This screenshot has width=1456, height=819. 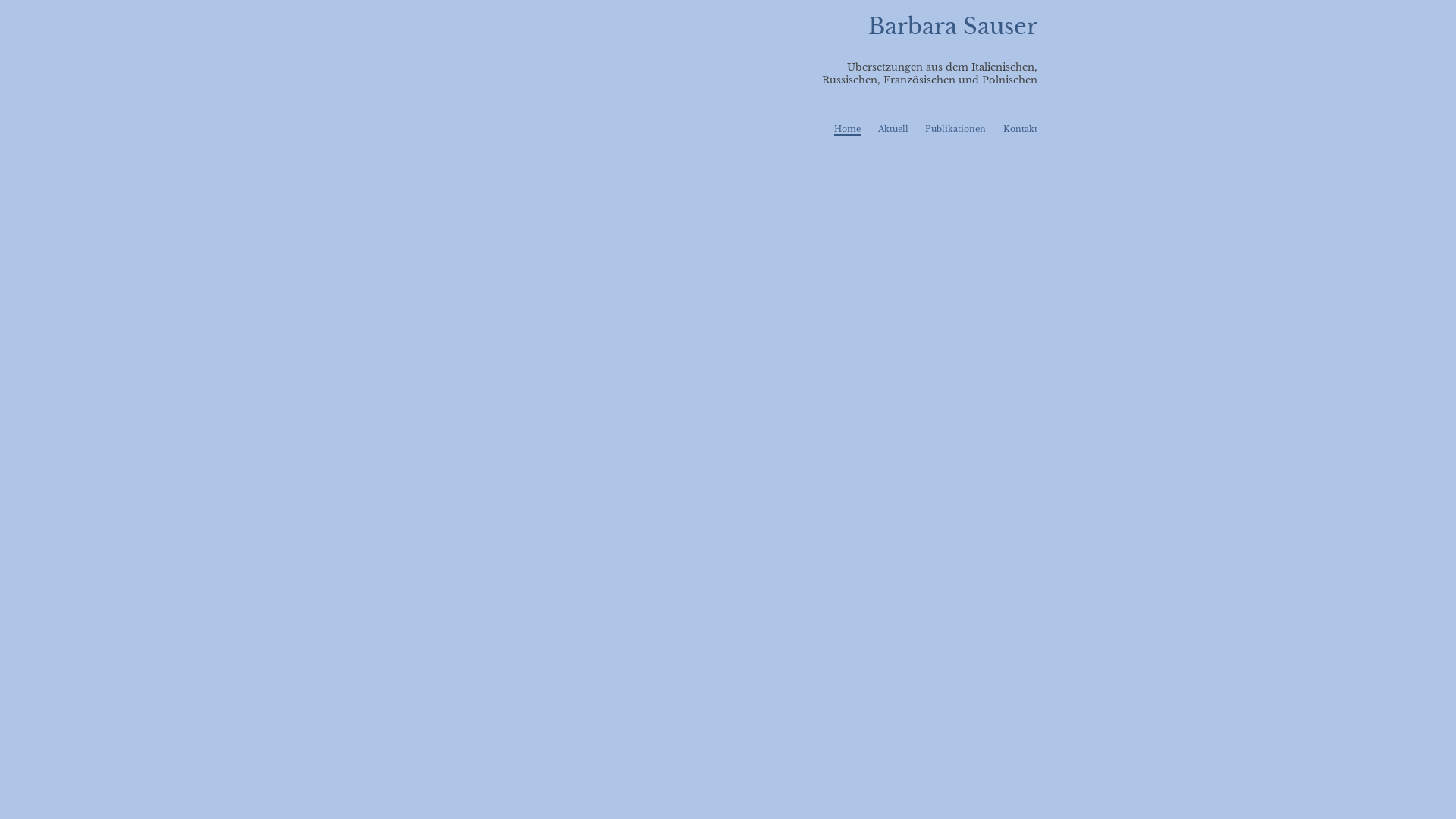 What do you see at coordinates (952, 26) in the screenshot?
I see `'Barbara Sauser'` at bounding box center [952, 26].